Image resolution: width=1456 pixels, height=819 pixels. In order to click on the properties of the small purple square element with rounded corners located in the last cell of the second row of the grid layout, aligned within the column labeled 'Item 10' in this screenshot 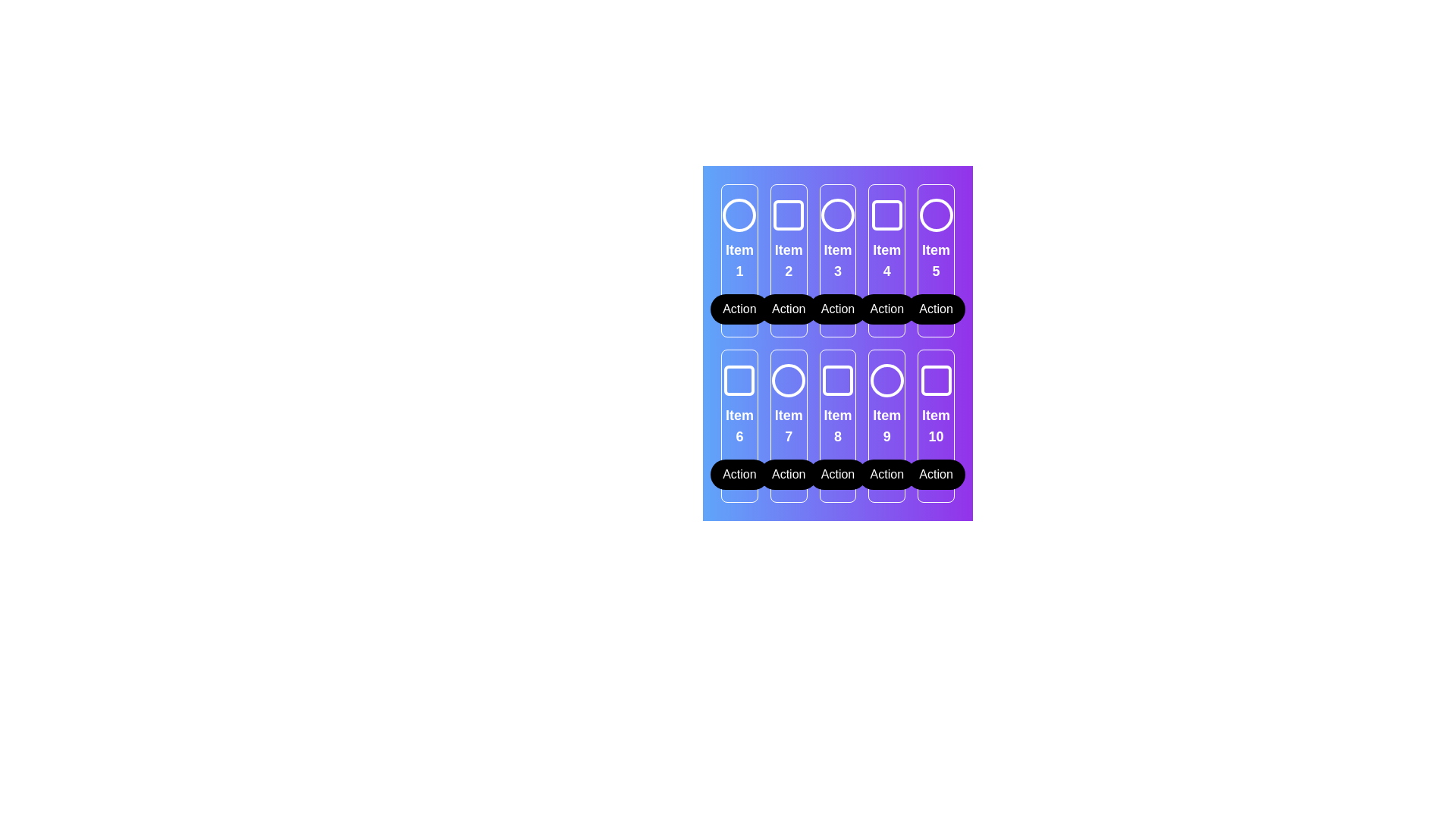, I will do `click(935, 379)`.